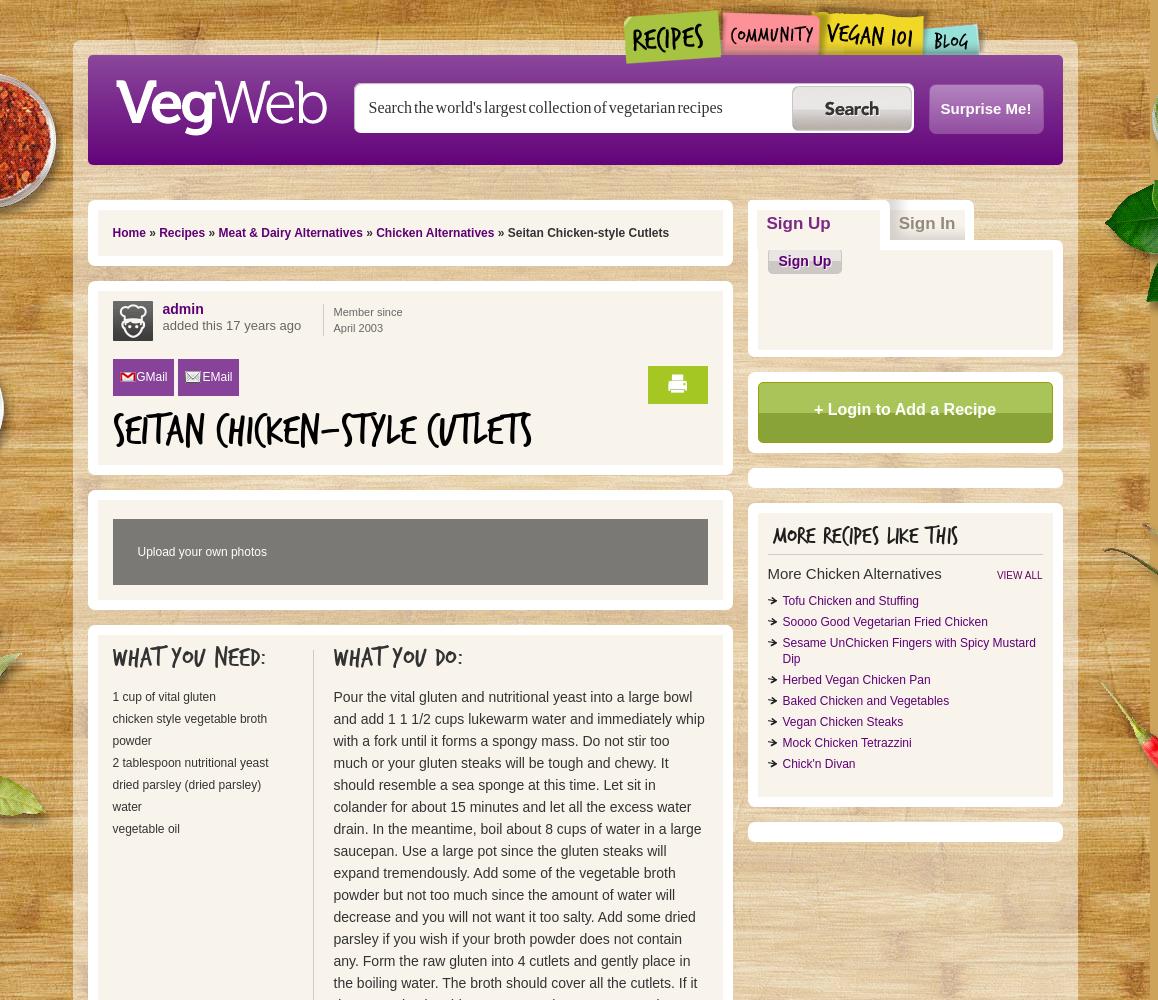 Image resolution: width=1158 pixels, height=1000 pixels. Describe the element at coordinates (182, 309) in the screenshot. I see `'admin'` at that location.